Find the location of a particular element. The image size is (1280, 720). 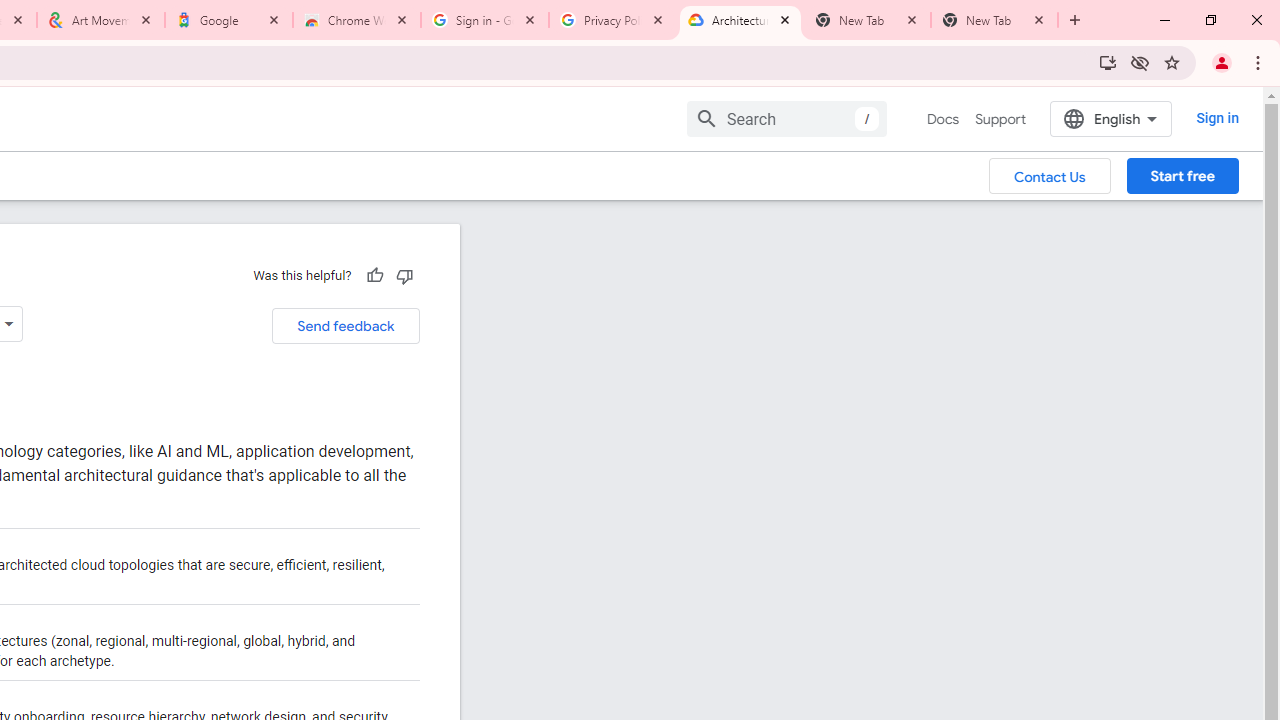

'Not helpful' is located at coordinates (403, 275).